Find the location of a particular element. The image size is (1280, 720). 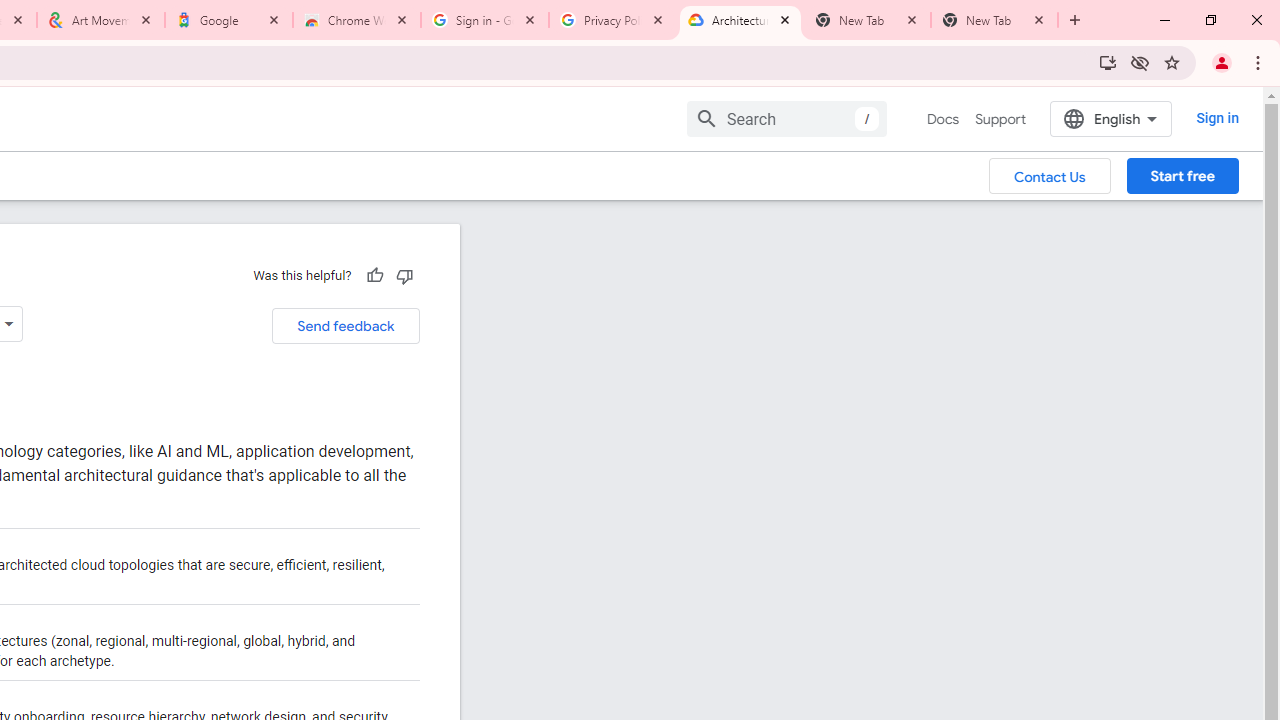

'Not helpful' is located at coordinates (403, 275).